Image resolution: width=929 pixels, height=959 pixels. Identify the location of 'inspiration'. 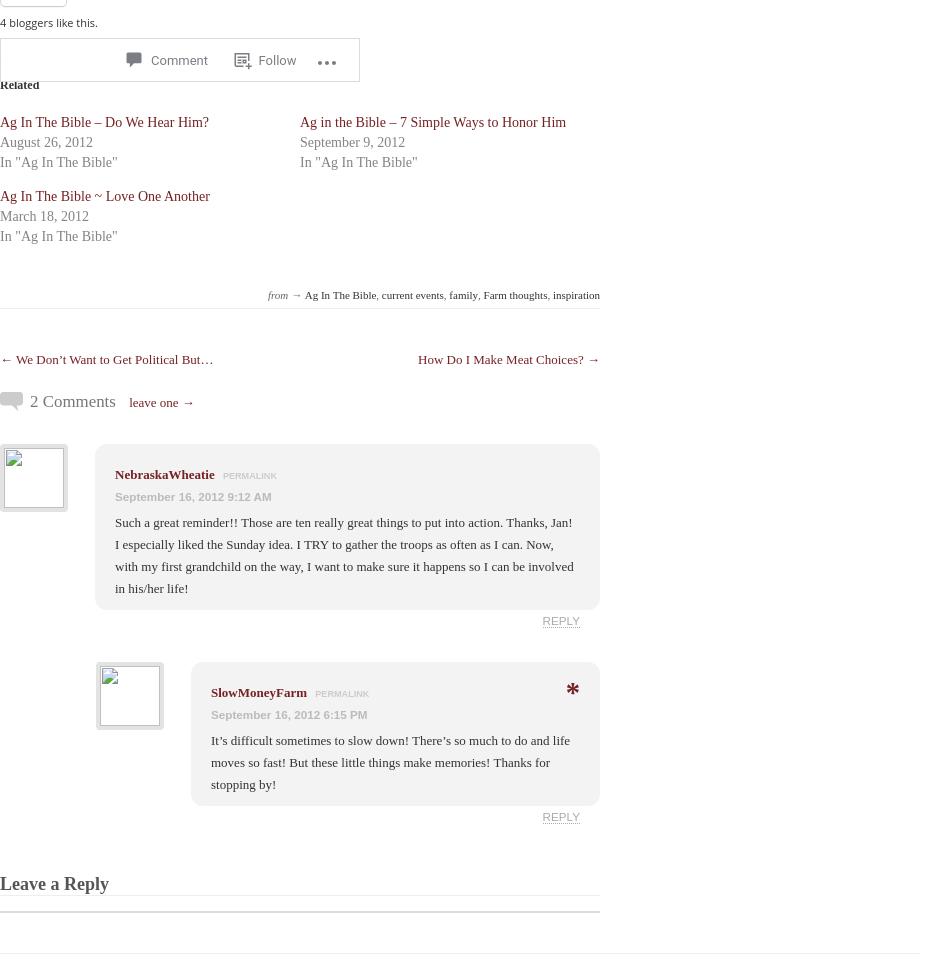
(574, 293).